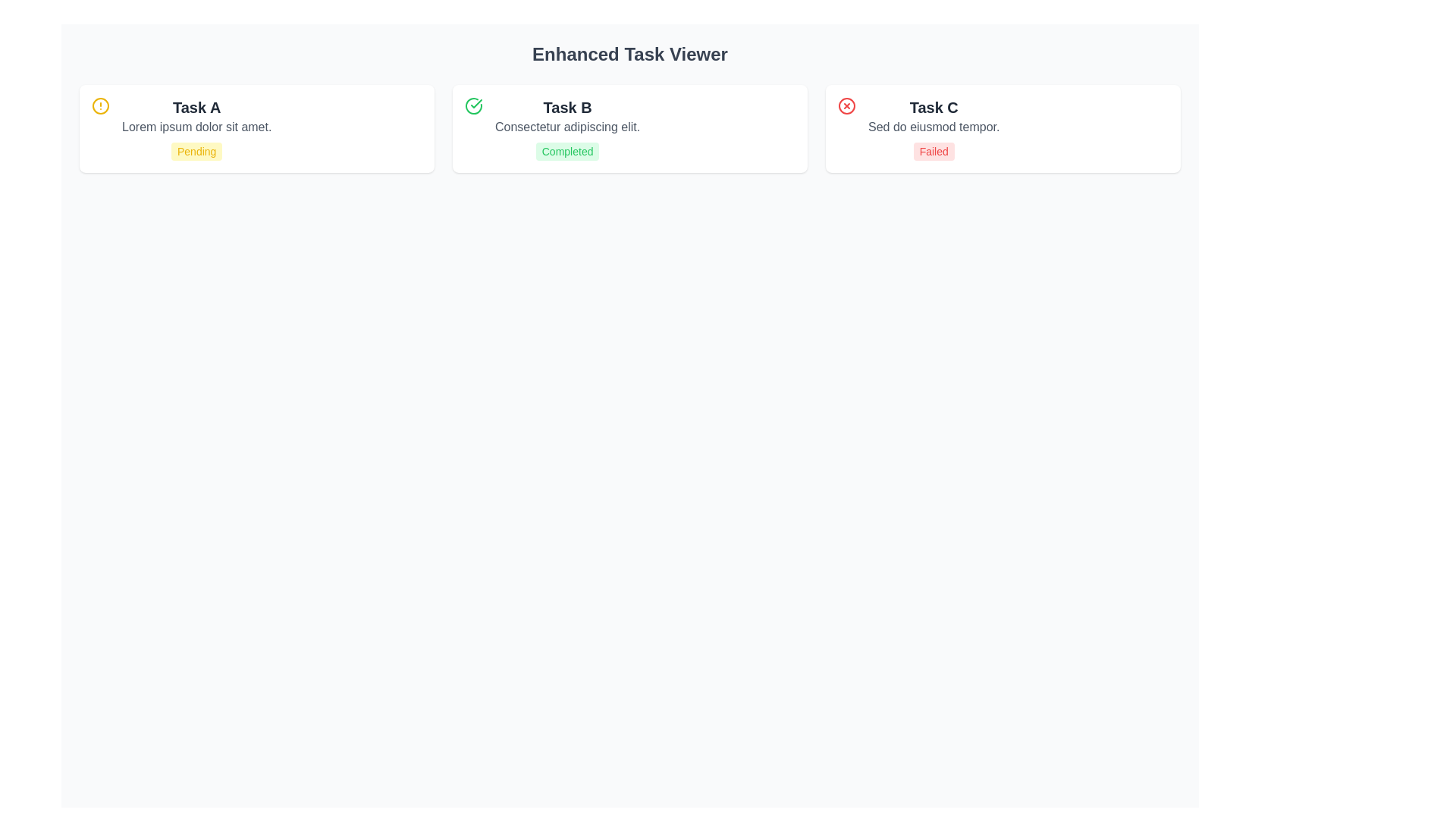 Image resolution: width=1456 pixels, height=819 pixels. Describe the element at coordinates (846, 105) in the screenshot. I see `the larger interactive circular boundary of the red cancel icon associated with Task C, which contains the 'X' shape` at that location.